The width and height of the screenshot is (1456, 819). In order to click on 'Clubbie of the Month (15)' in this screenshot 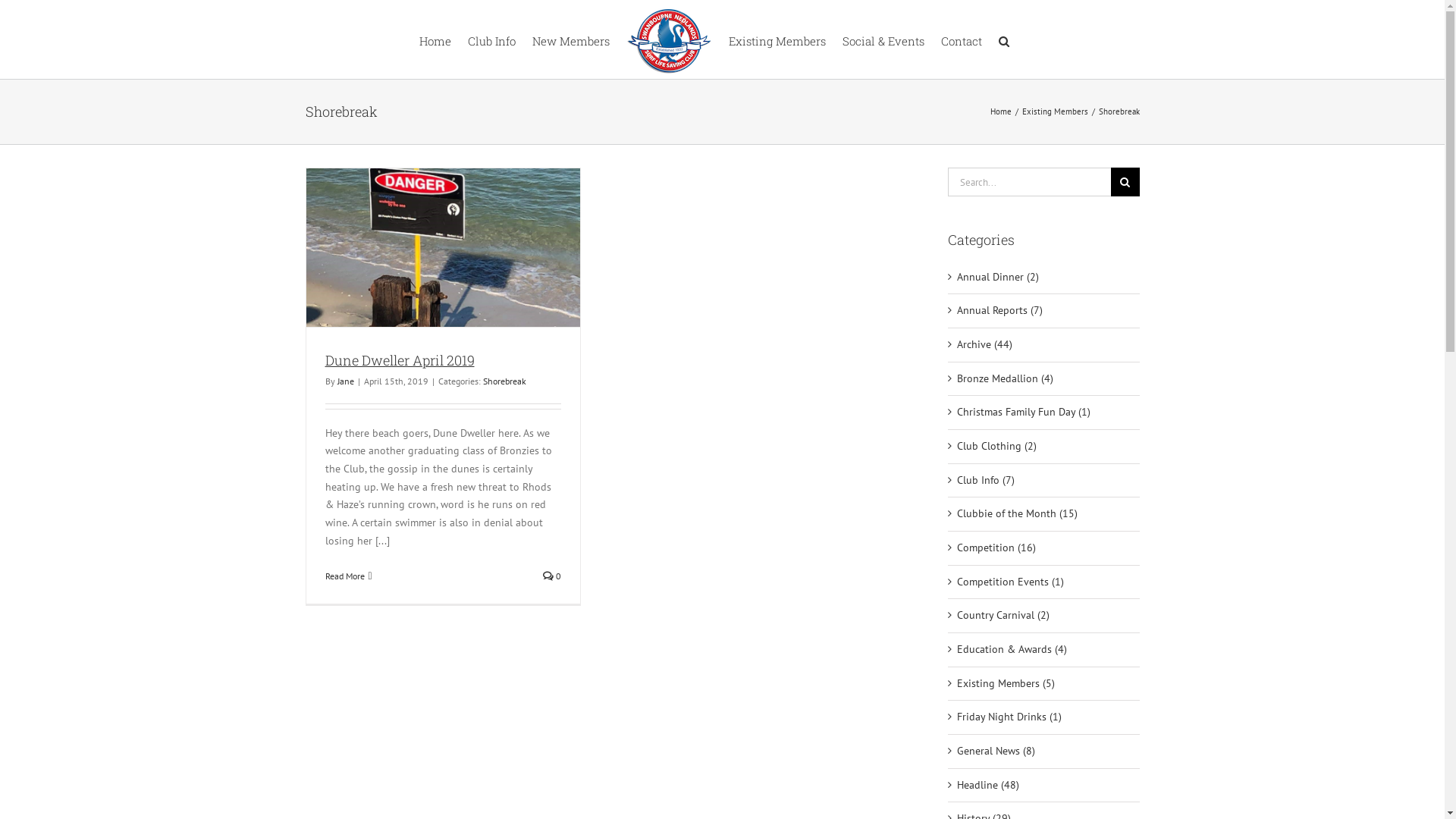, I will do `click(956, 513)`.